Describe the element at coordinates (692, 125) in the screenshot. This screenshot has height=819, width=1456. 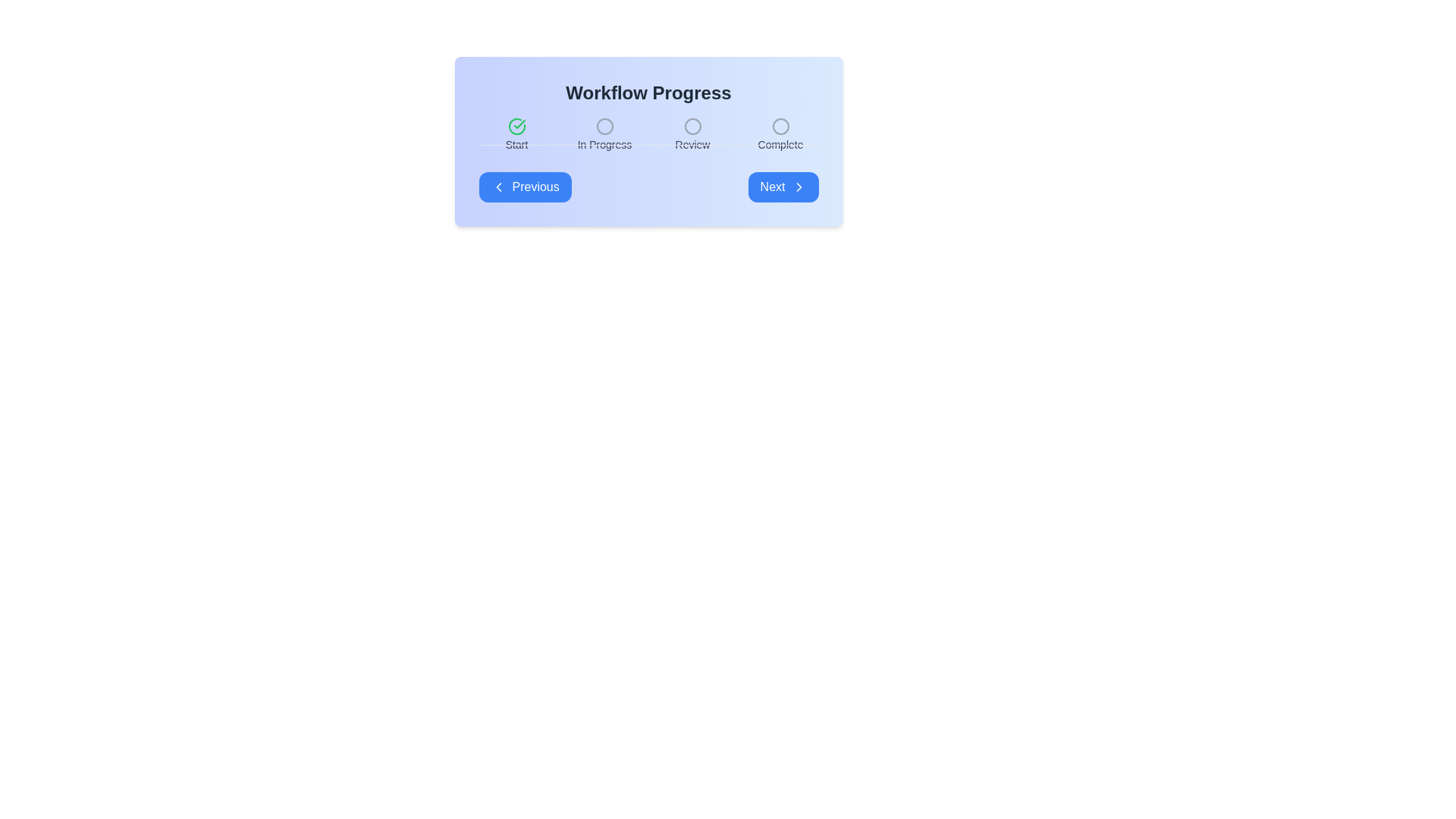
I see `the third circular marker in the workflow progress indicator labeled 'Review', which has a gray stroke and light gray fill` at that location.